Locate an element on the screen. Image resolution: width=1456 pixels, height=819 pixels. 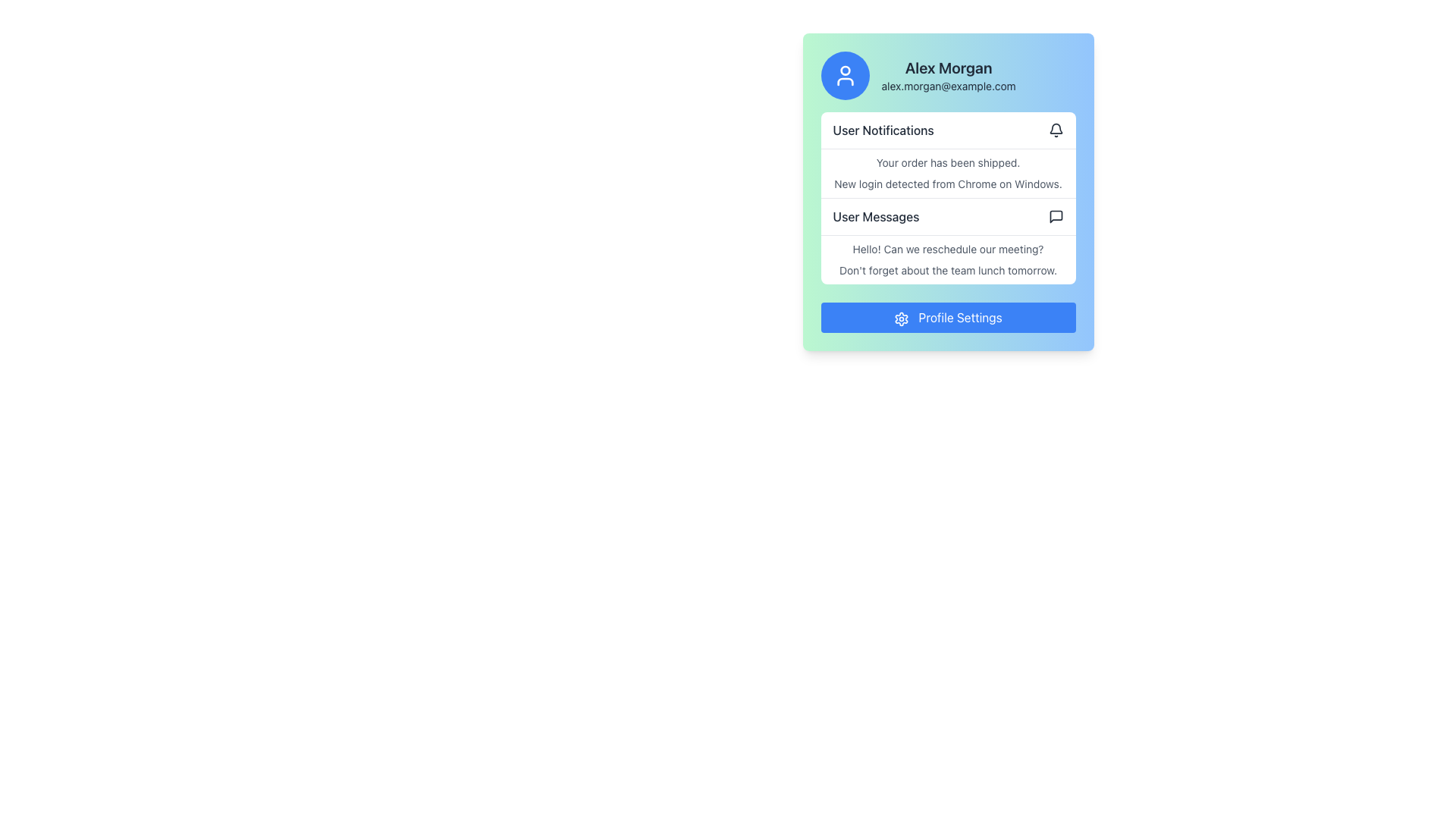
the circular blue user icon with a white user representation located at the upper left of the profile card, adjacent to the text 'Alex Morgan' and 'alex.morgan@example.com' is located at coordinates (844, 76).